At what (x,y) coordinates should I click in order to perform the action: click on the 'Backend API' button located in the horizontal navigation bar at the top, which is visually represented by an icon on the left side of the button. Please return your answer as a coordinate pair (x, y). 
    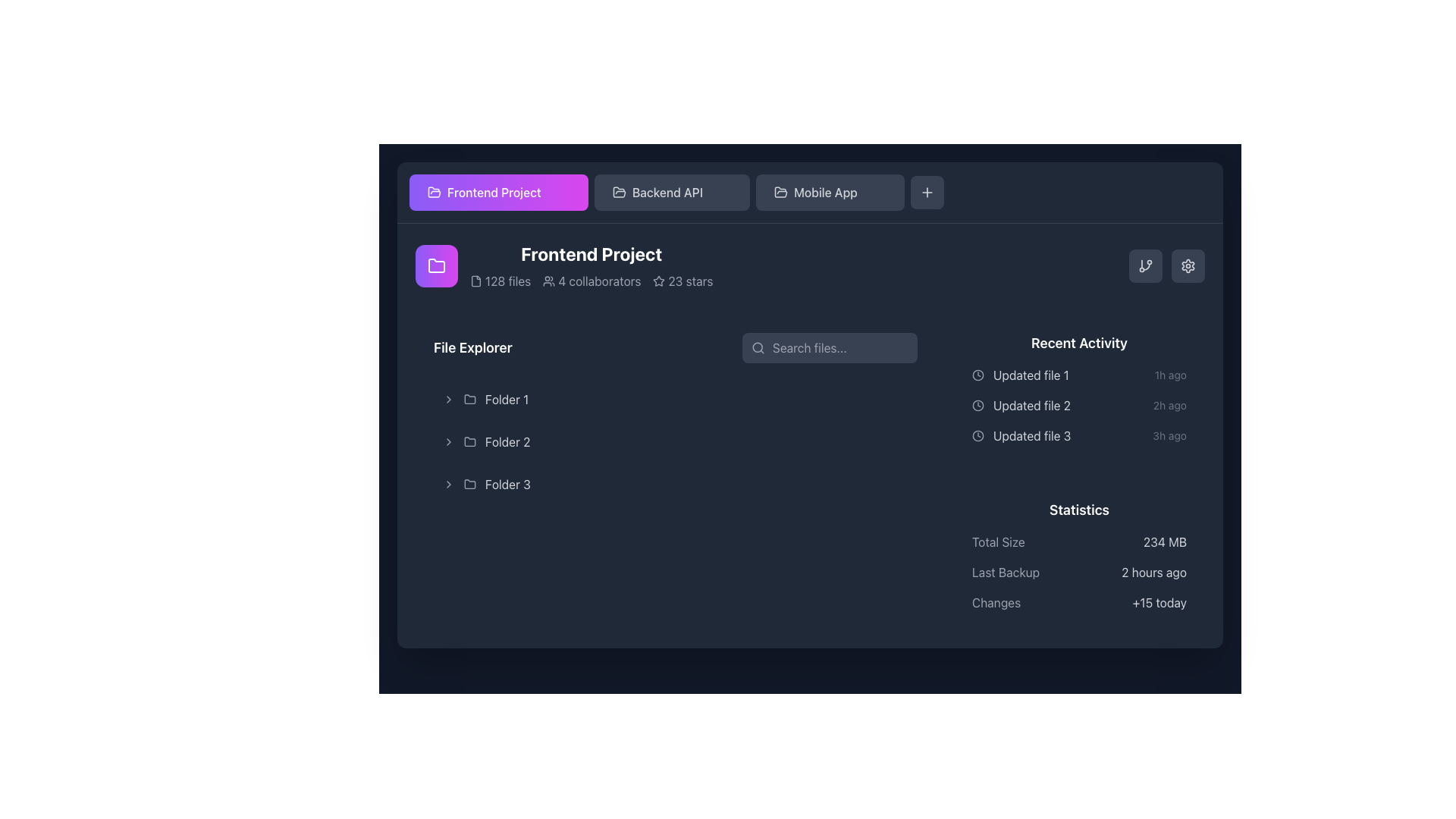
    Looking at the image, I should click on (619, 192).